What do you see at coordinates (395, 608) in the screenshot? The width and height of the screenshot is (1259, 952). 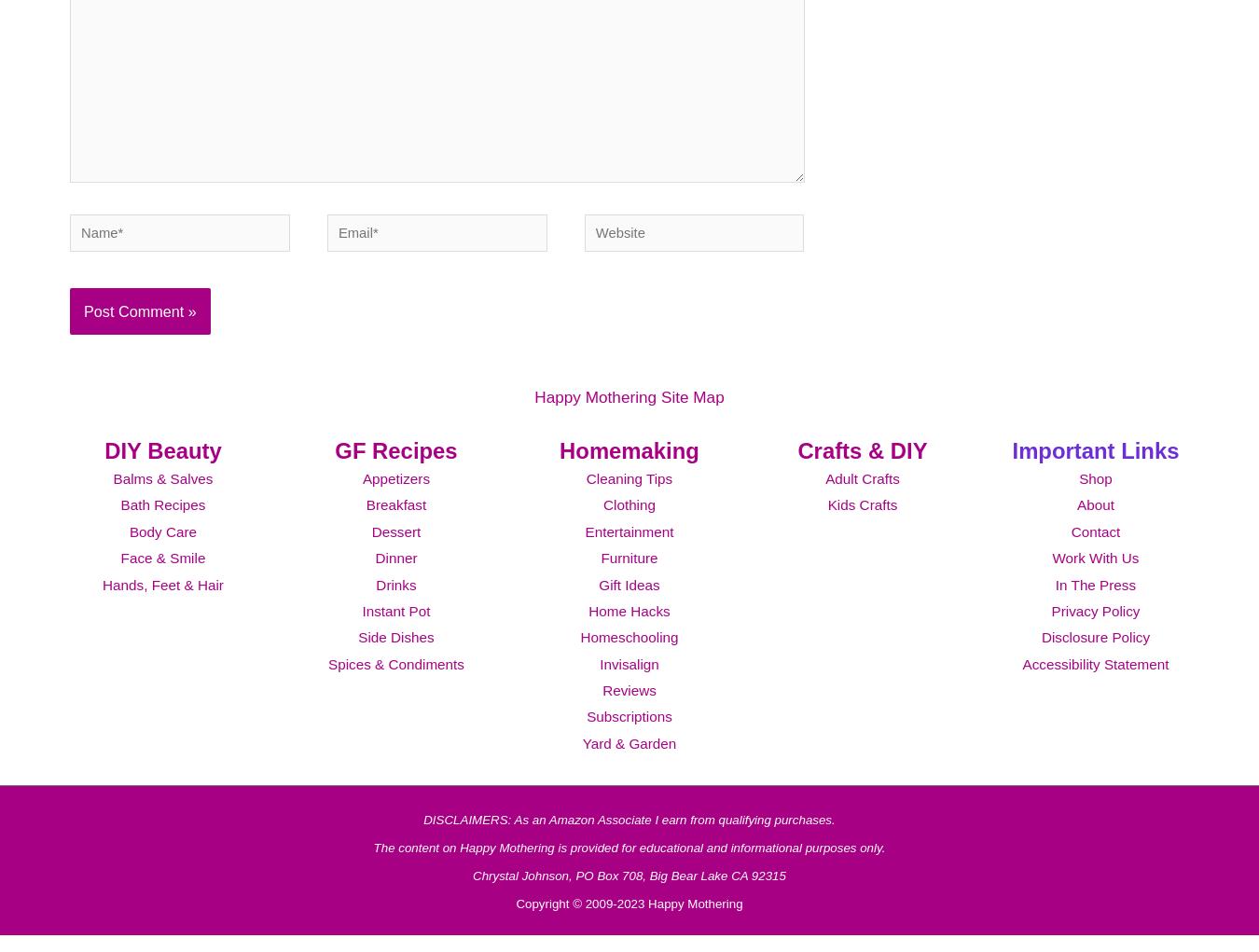 I see `'Drinks'` at bounding box center [395, 608].